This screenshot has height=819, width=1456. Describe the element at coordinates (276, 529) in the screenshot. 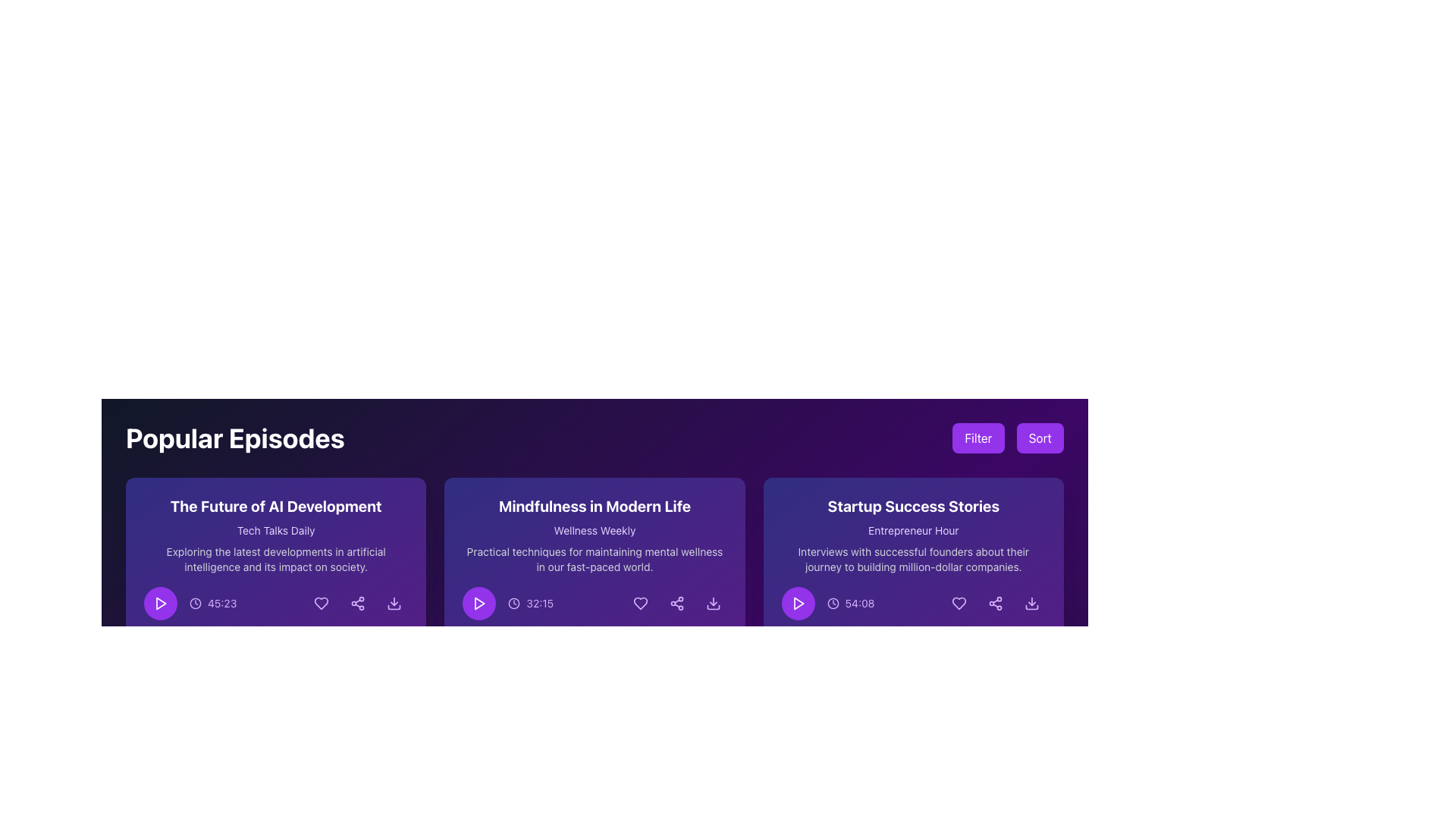

I see `the label displaying the subtitle or publishing source of the content within the card titled 'The Future of AI Development', located above the description text` at that location.